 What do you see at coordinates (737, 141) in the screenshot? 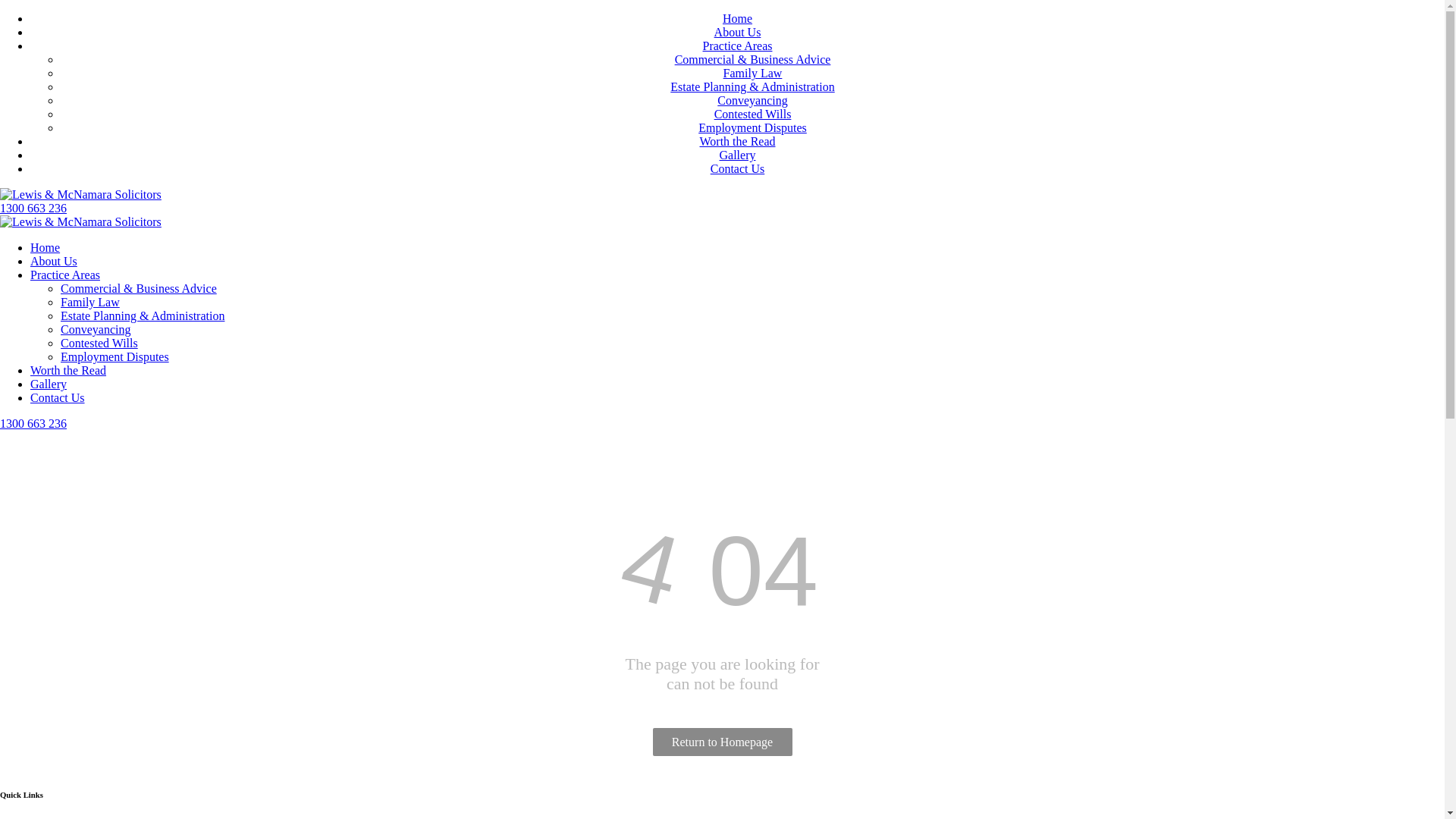
I see `'Worth the Read'` at bounding box center [737, 141].